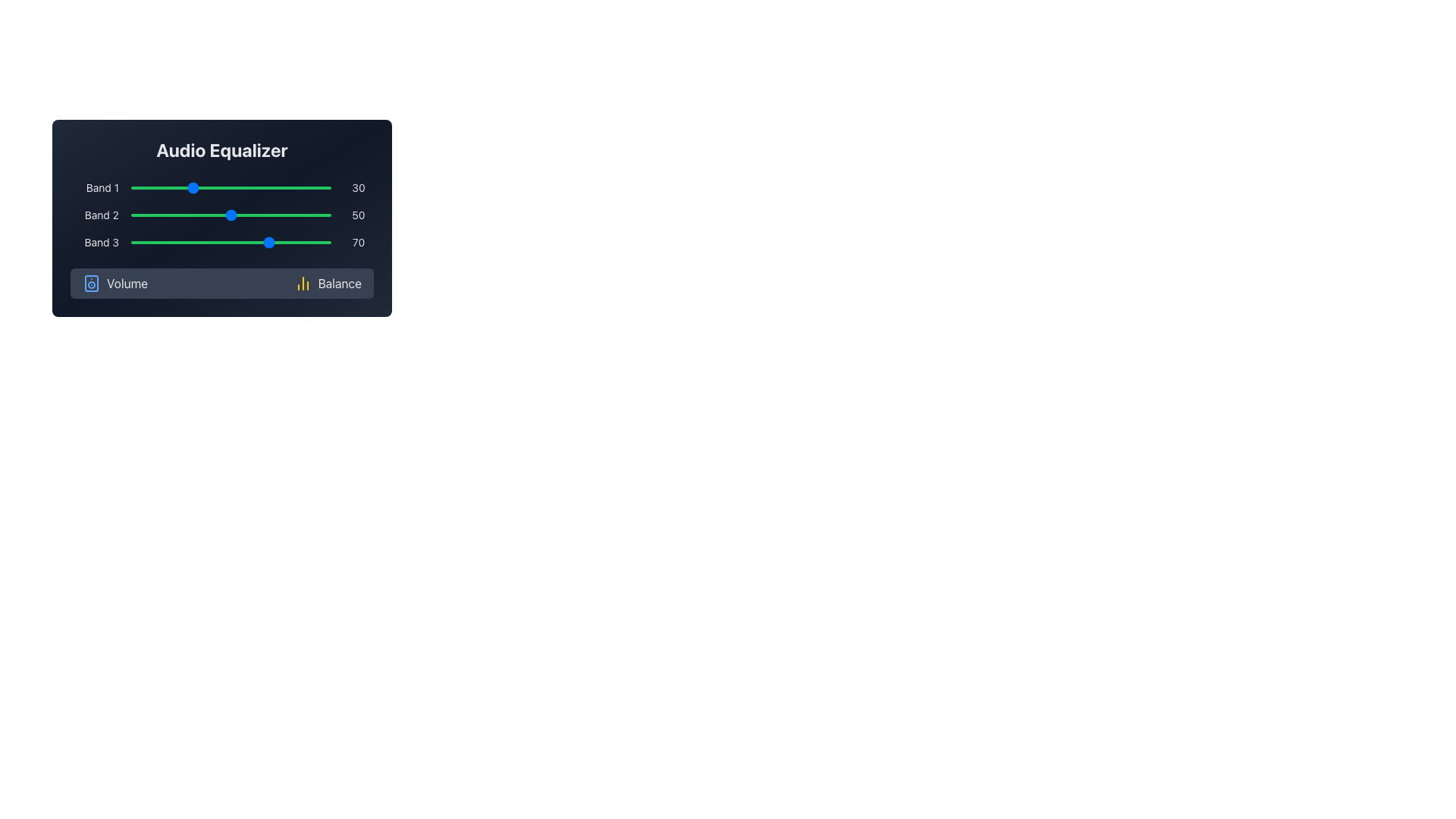 The image size is (1456, 819). Describe the element at coordinates (90, 284) in the screenshot. I see `the 'Volume' icon located at the leftmost position in the bottom row of the interface to interact with the corresponding audio controls` at that location.